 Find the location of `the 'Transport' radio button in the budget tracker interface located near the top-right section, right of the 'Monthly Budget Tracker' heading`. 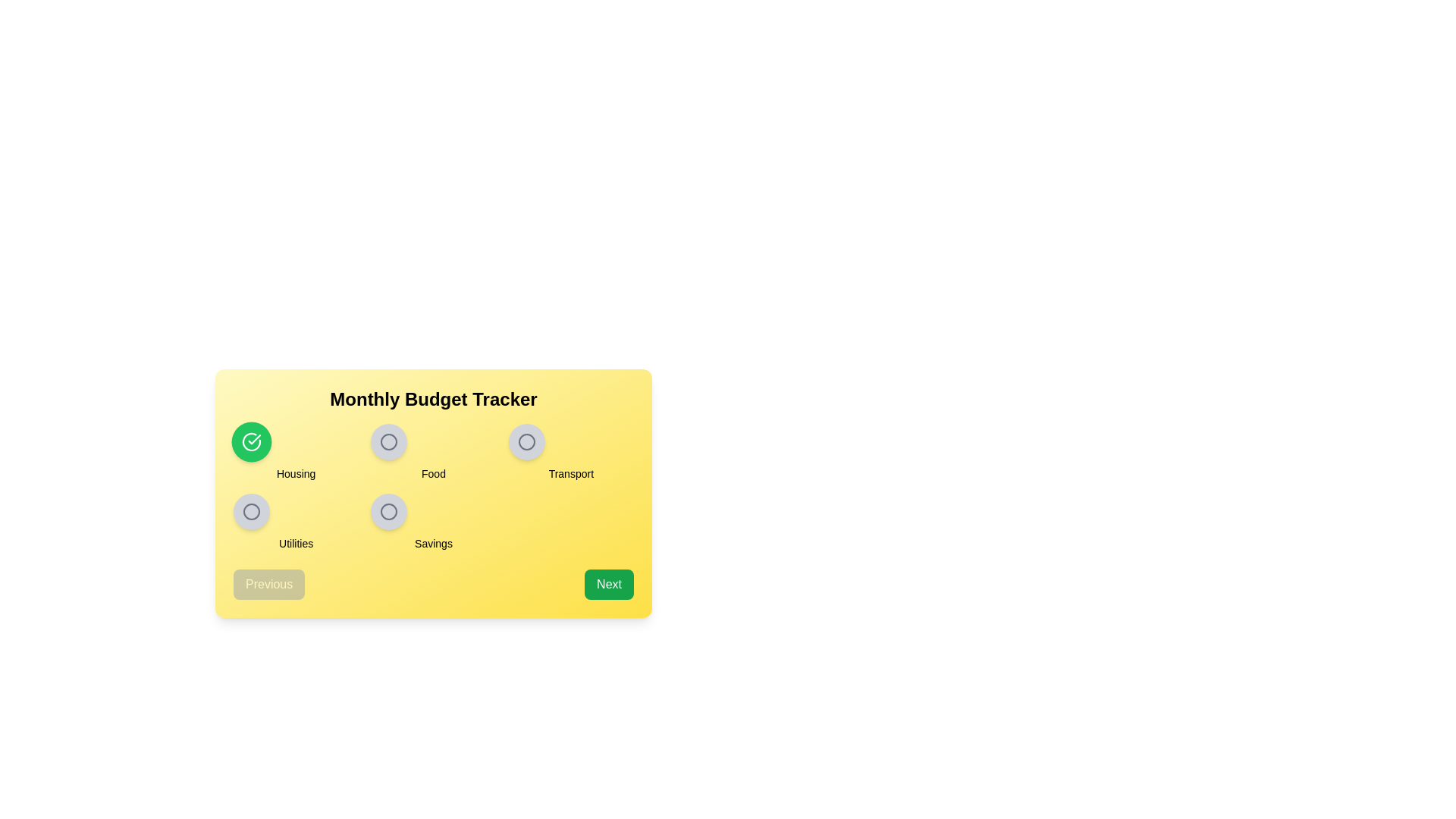

the 'Transport' radio button in the budget tracker interface located near the top-right section, right of the 'Monthly Budget Tracker' heading is located at coordinates (526, 441).